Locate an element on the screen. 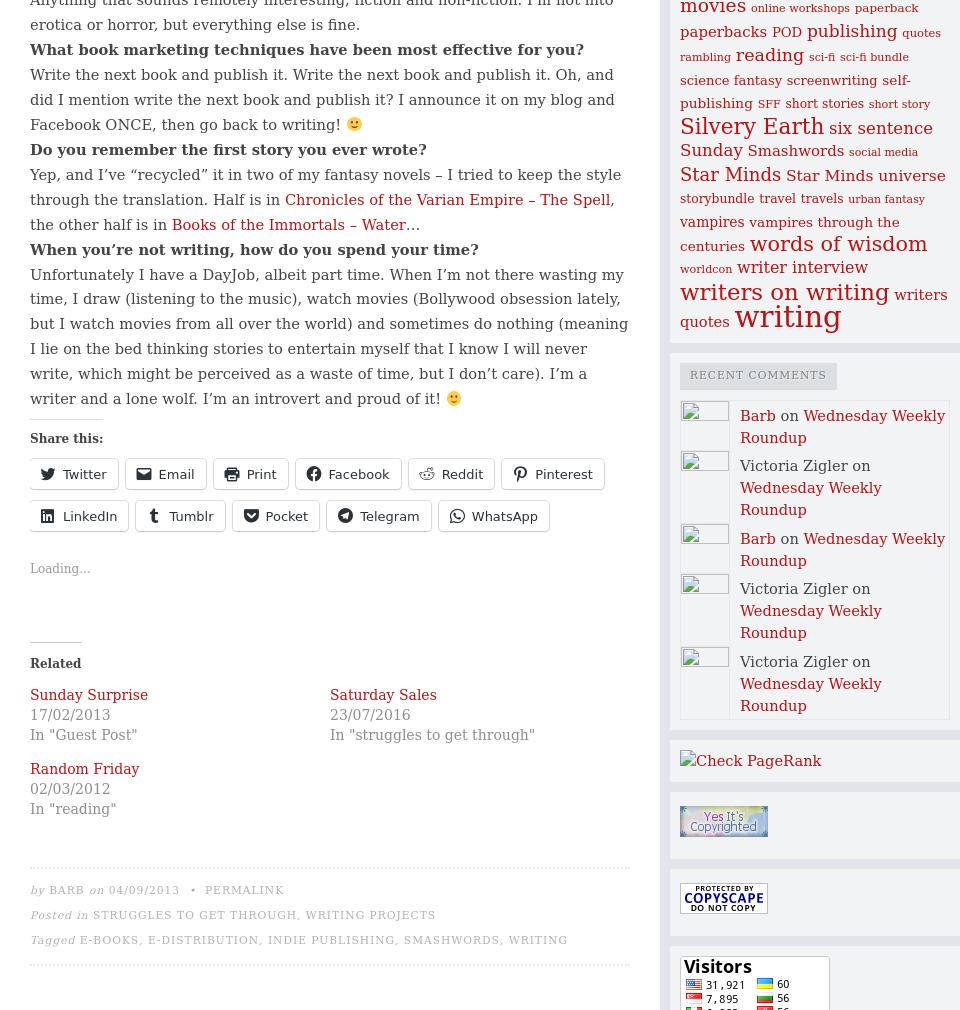  'e-books' is located at coordinates (108, 940).